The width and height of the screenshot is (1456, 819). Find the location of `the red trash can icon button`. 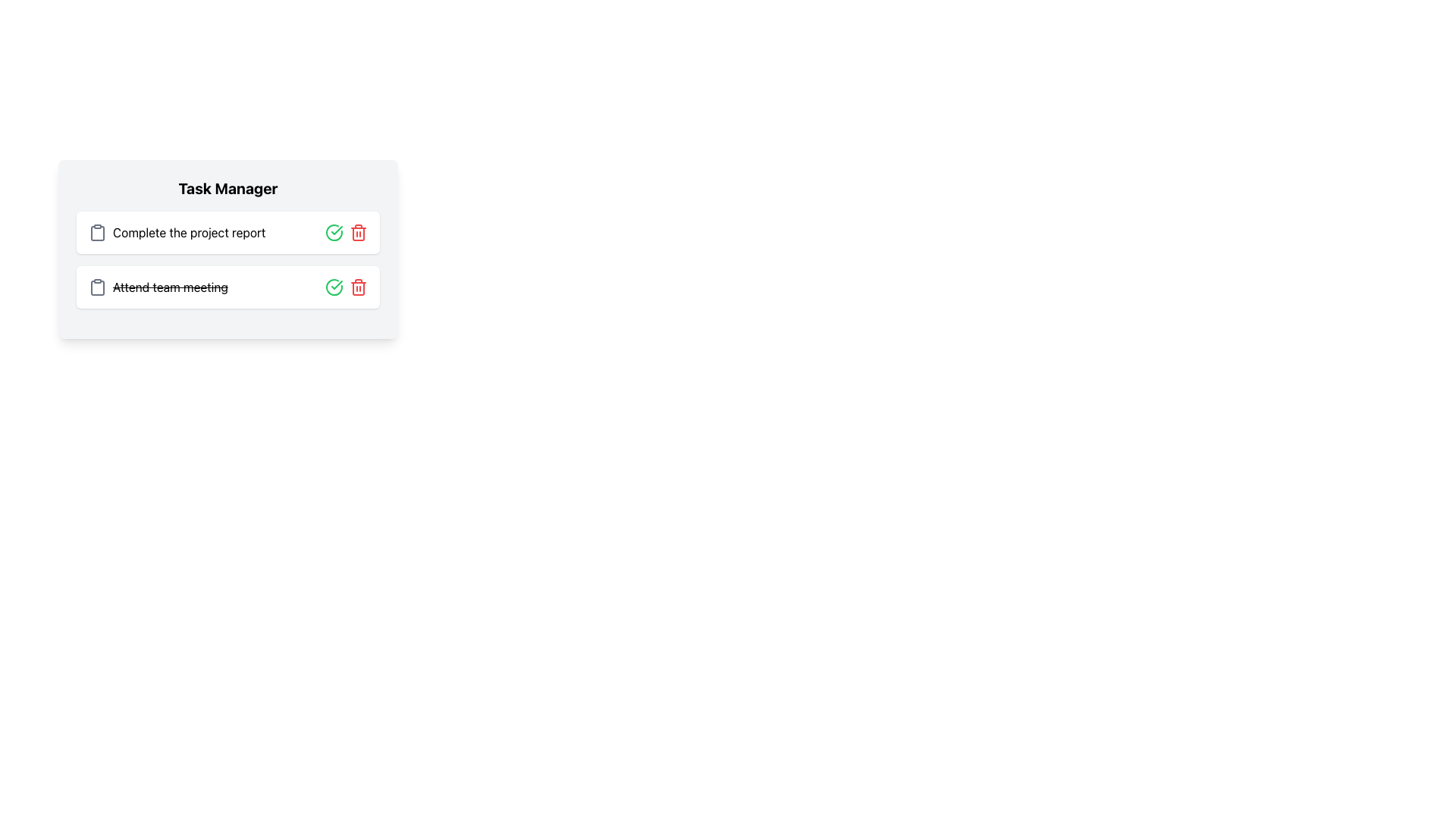

the red trash can icon button is located at coordinates (358, 233).